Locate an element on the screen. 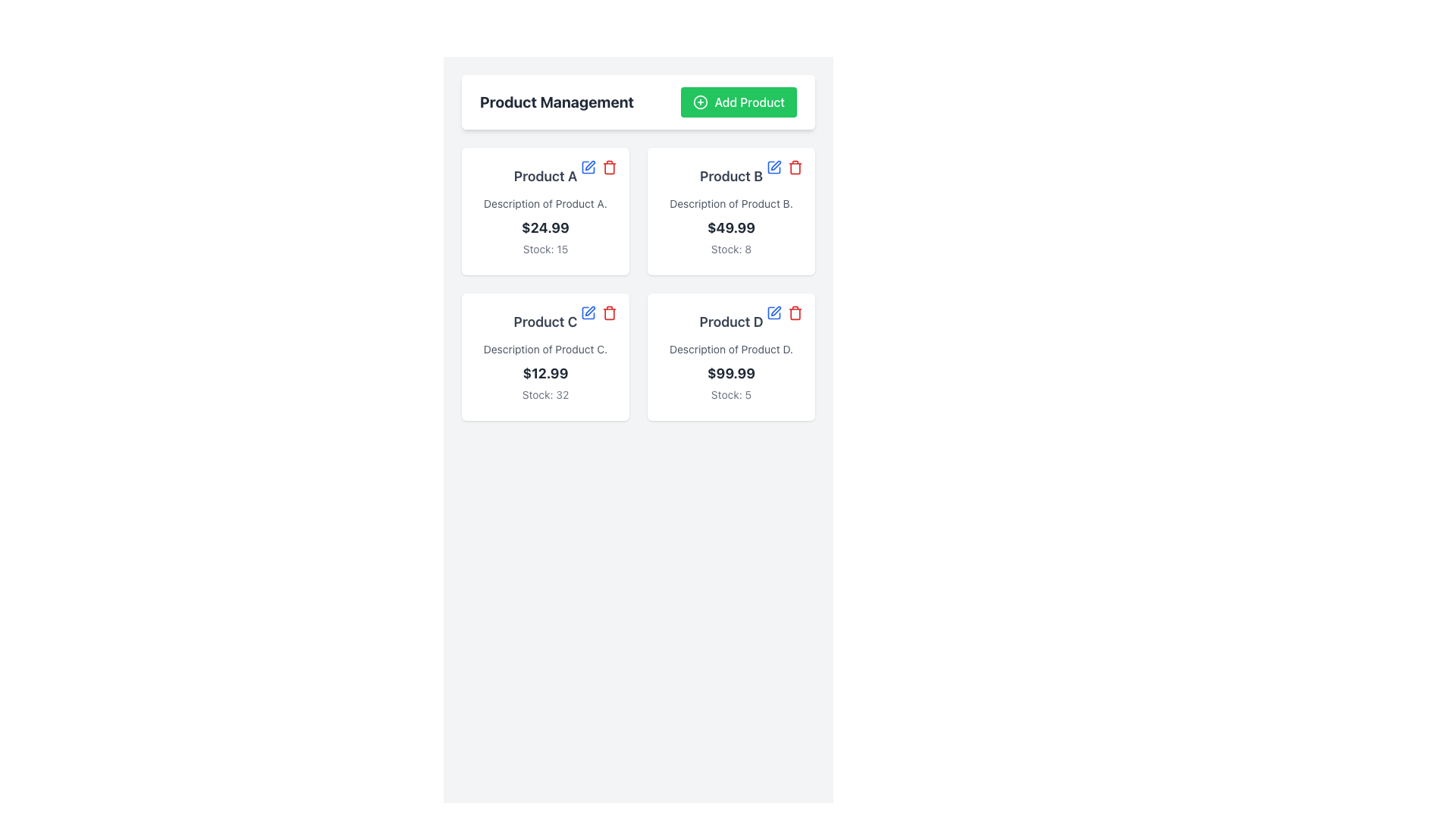  the pen icon button located at the top-right corner of the card for 'Product C' is located at coordinates (589, 310).